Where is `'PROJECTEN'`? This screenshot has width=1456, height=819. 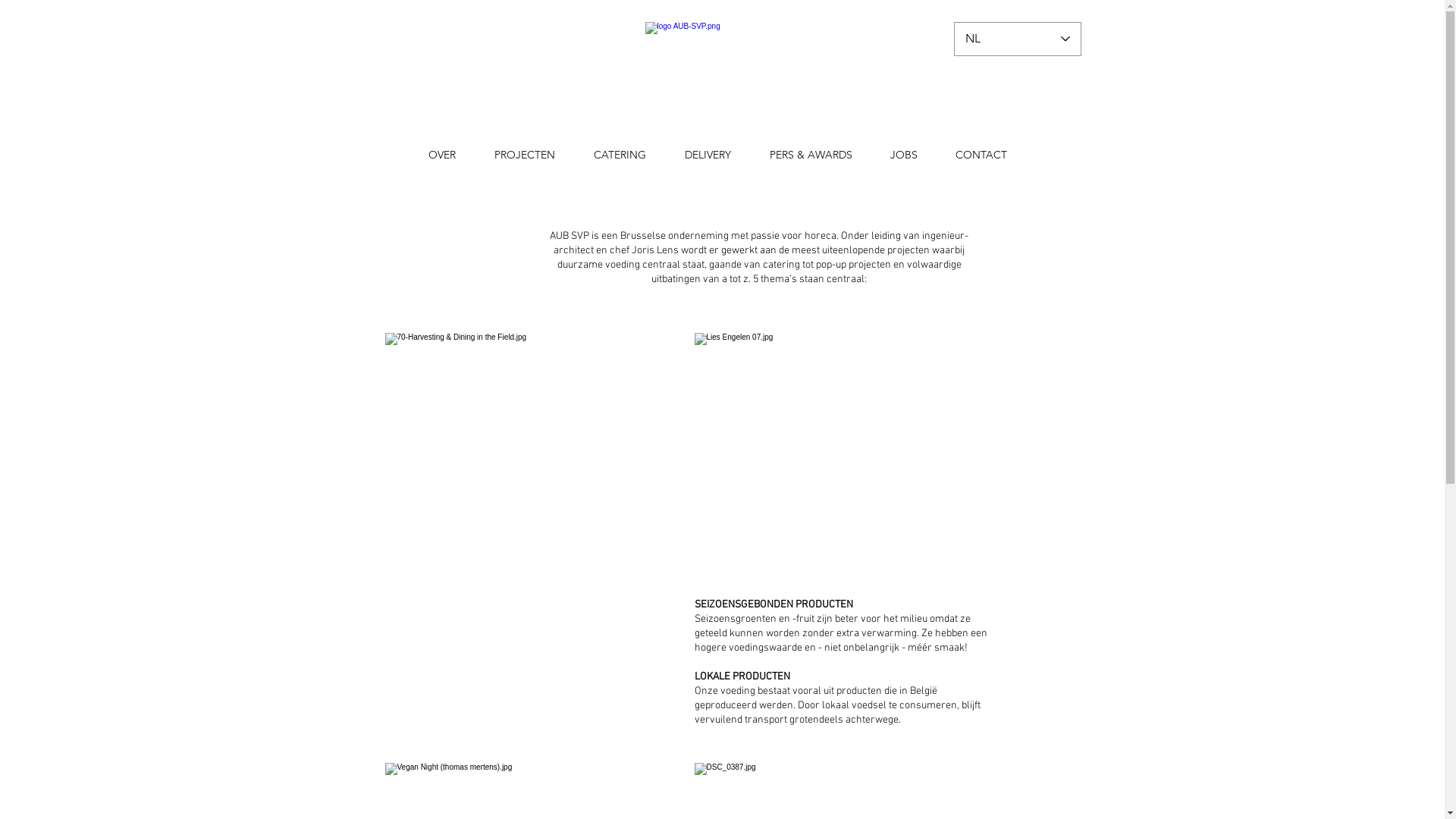
'PROJECTEN' is located at coordinates (524, 155).